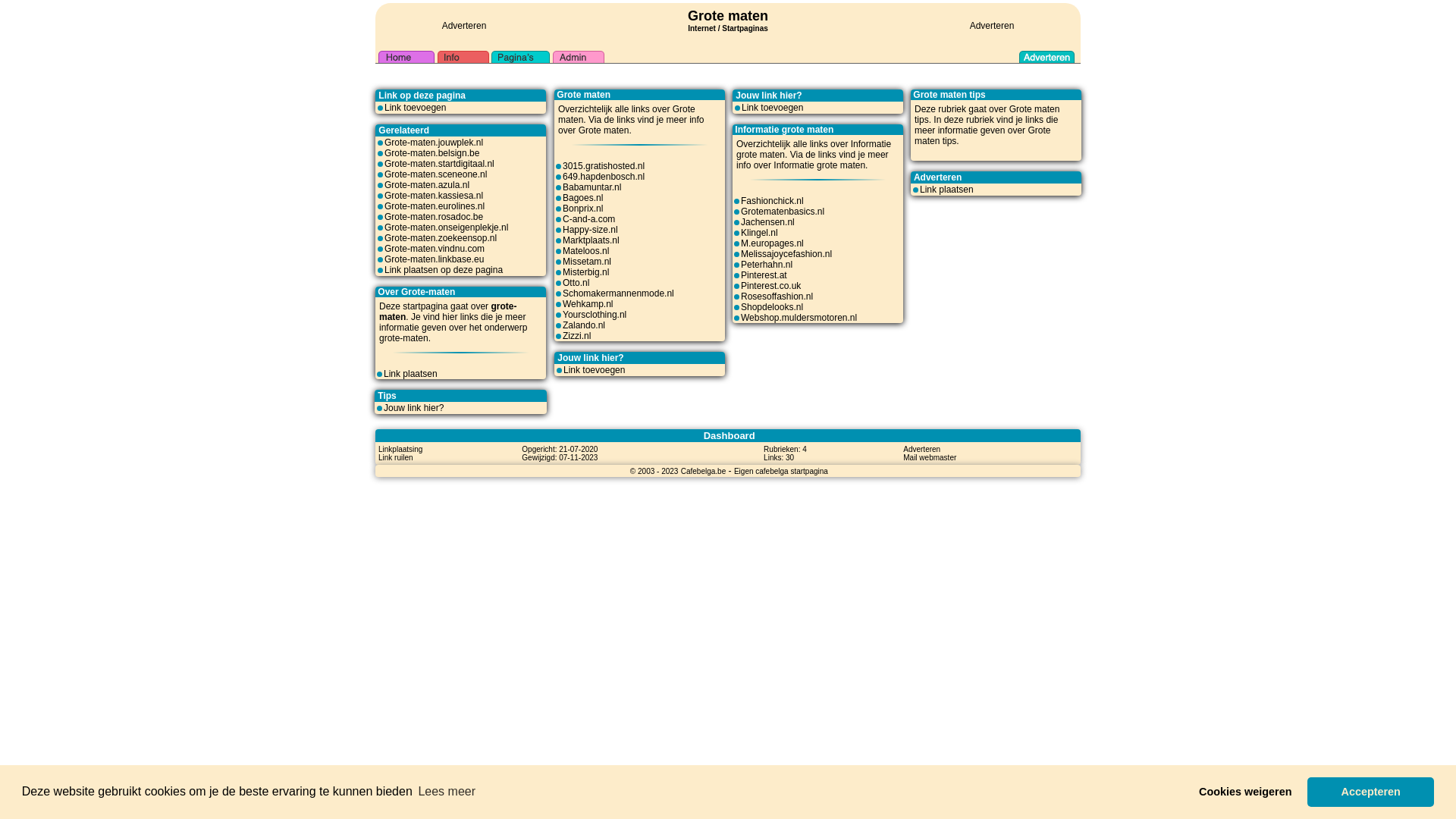  I want to click on 'Eigen cafebelga startpagina', so click(781, 470).